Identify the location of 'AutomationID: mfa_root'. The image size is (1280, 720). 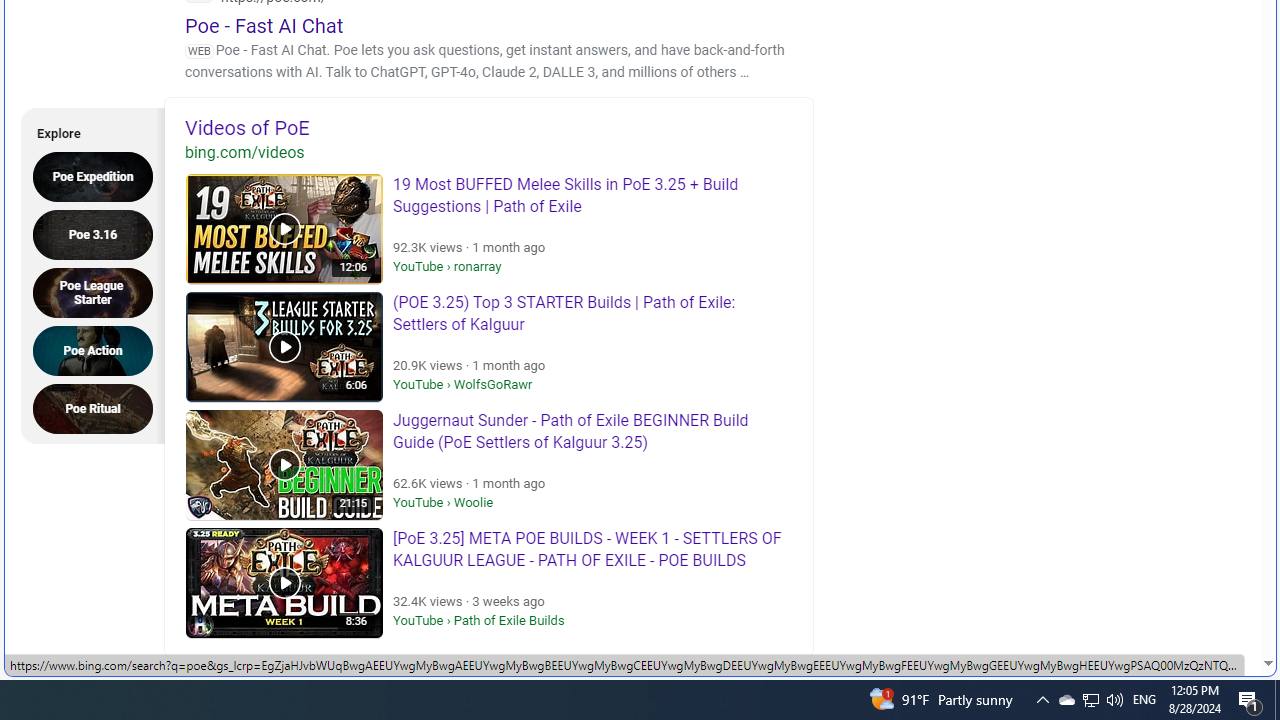
(1192, 602).